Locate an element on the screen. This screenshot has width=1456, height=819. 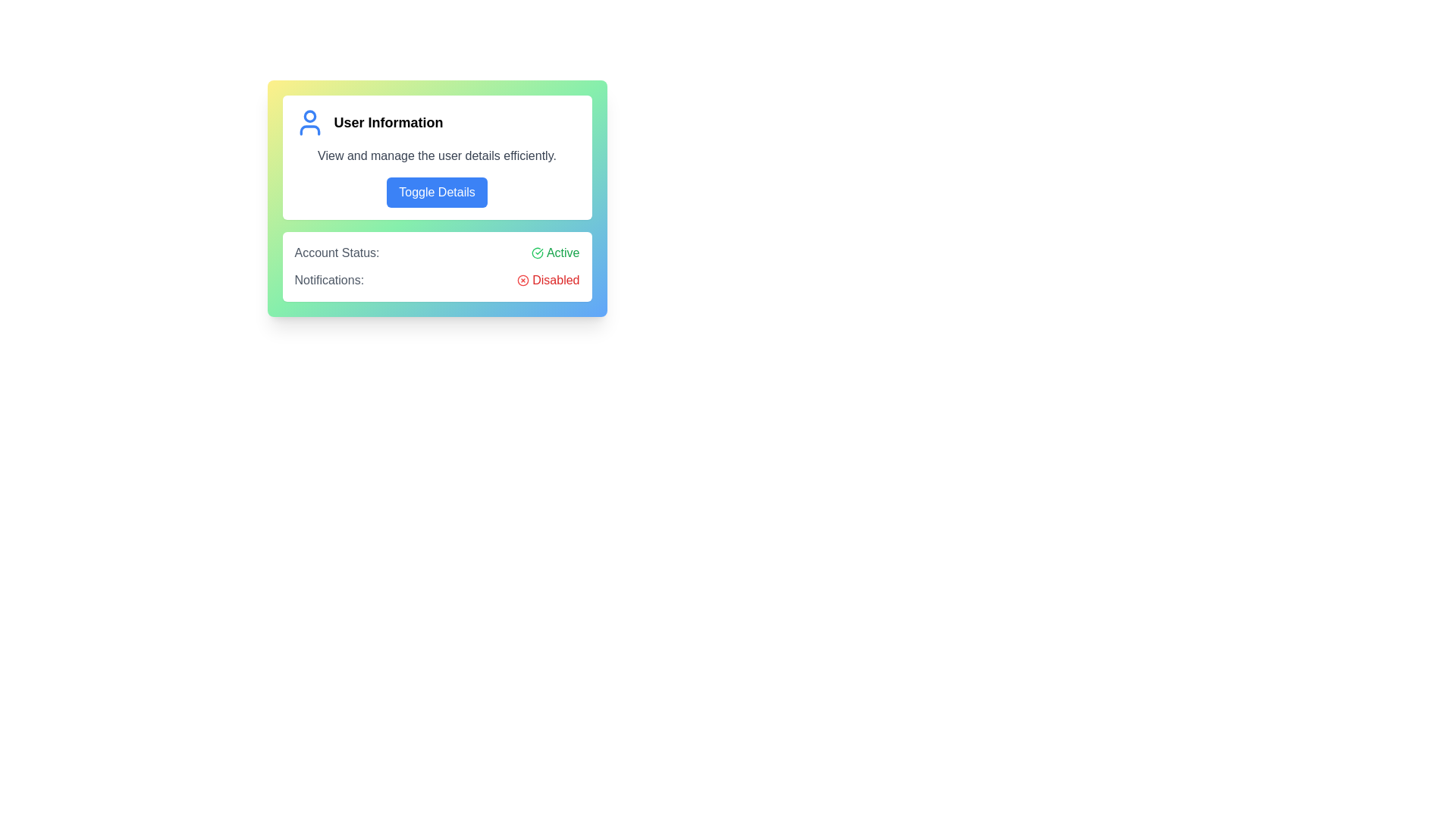
the button located within the 'User Information' card, positioned below the text 'View and manage the user details efficiently.' is located at coordinates (436, 192).